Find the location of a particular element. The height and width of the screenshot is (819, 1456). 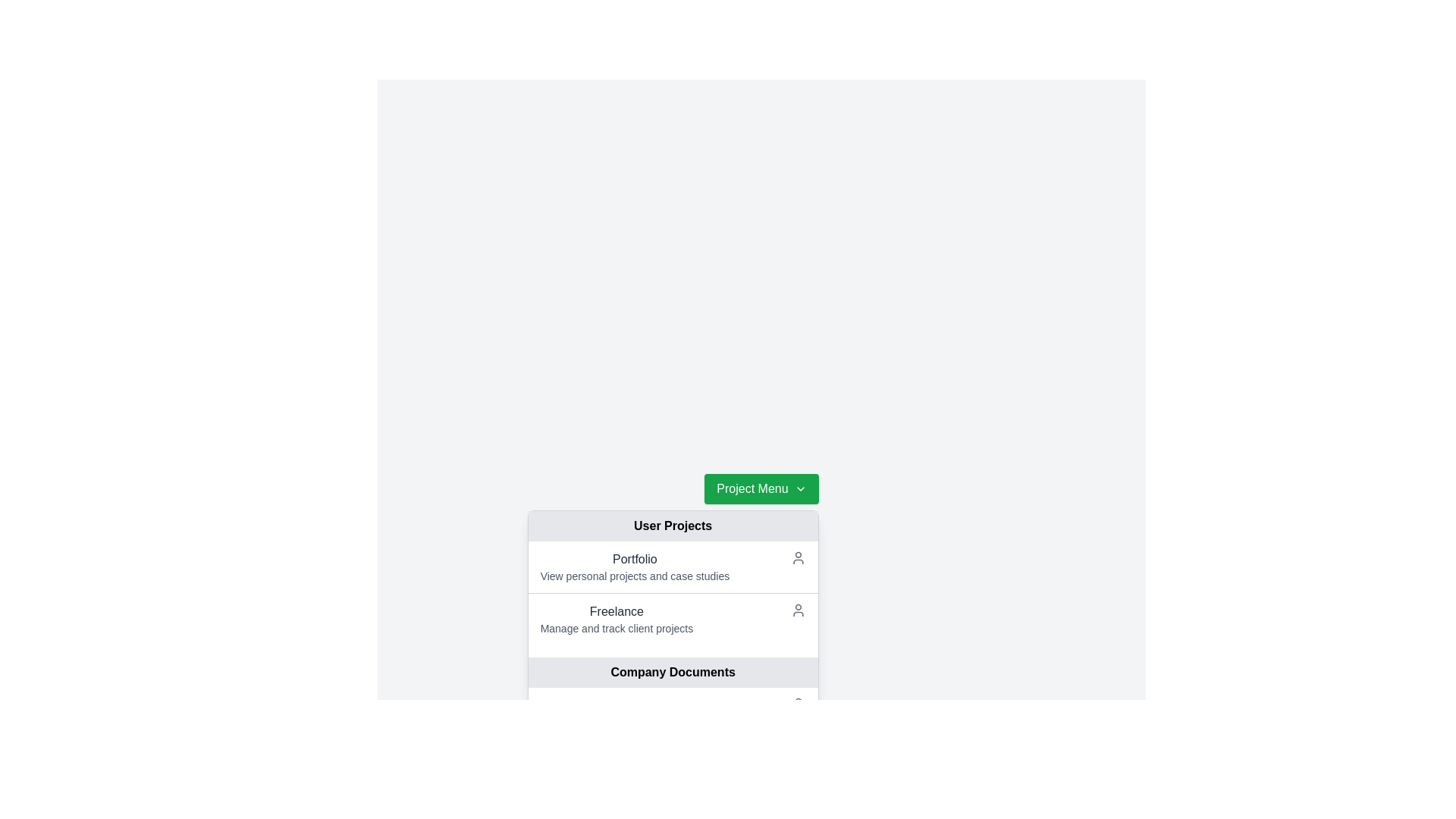

the icon representing user profile management located to the far right of the text 'Freelance Manage and track client projects' in the 'Freelance' section is located at coordinates (796, 610).